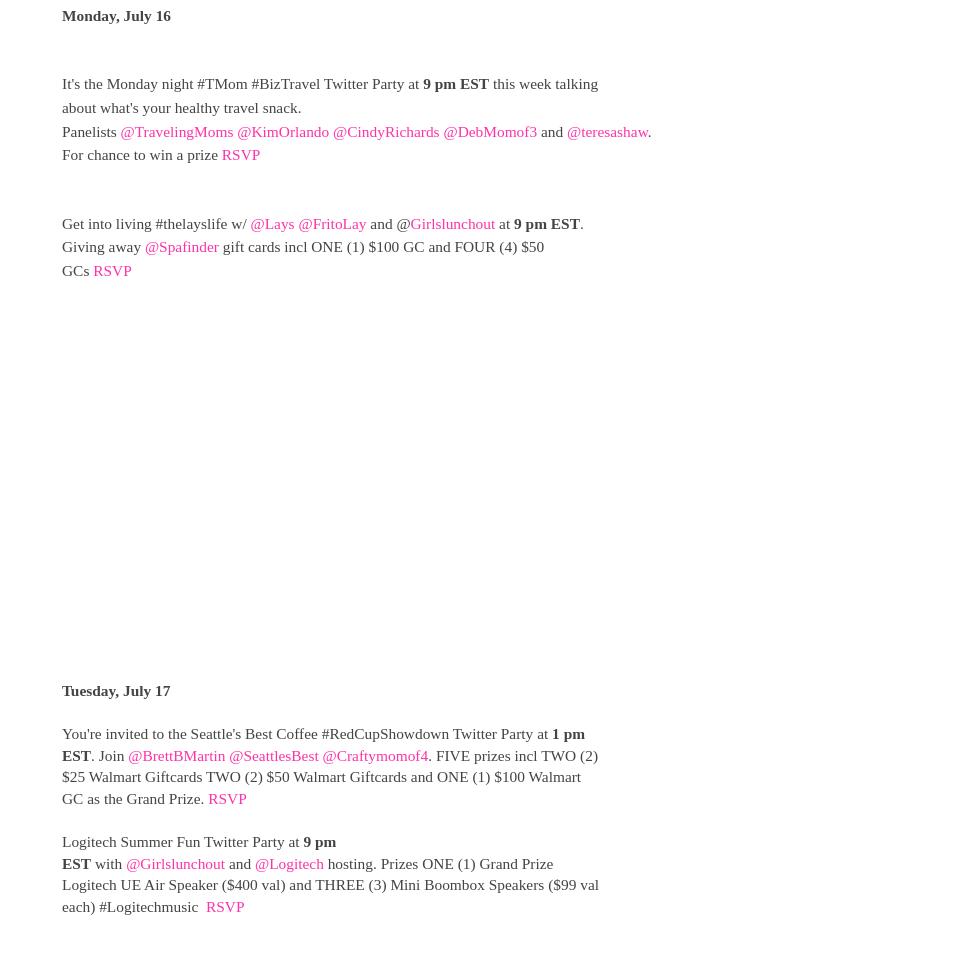 This screenshot has width=968, height=962. I want to click on 'gift cards incl ONE (1) $100 GC and FOUR (4) $50 GCs', so click(301, 258).